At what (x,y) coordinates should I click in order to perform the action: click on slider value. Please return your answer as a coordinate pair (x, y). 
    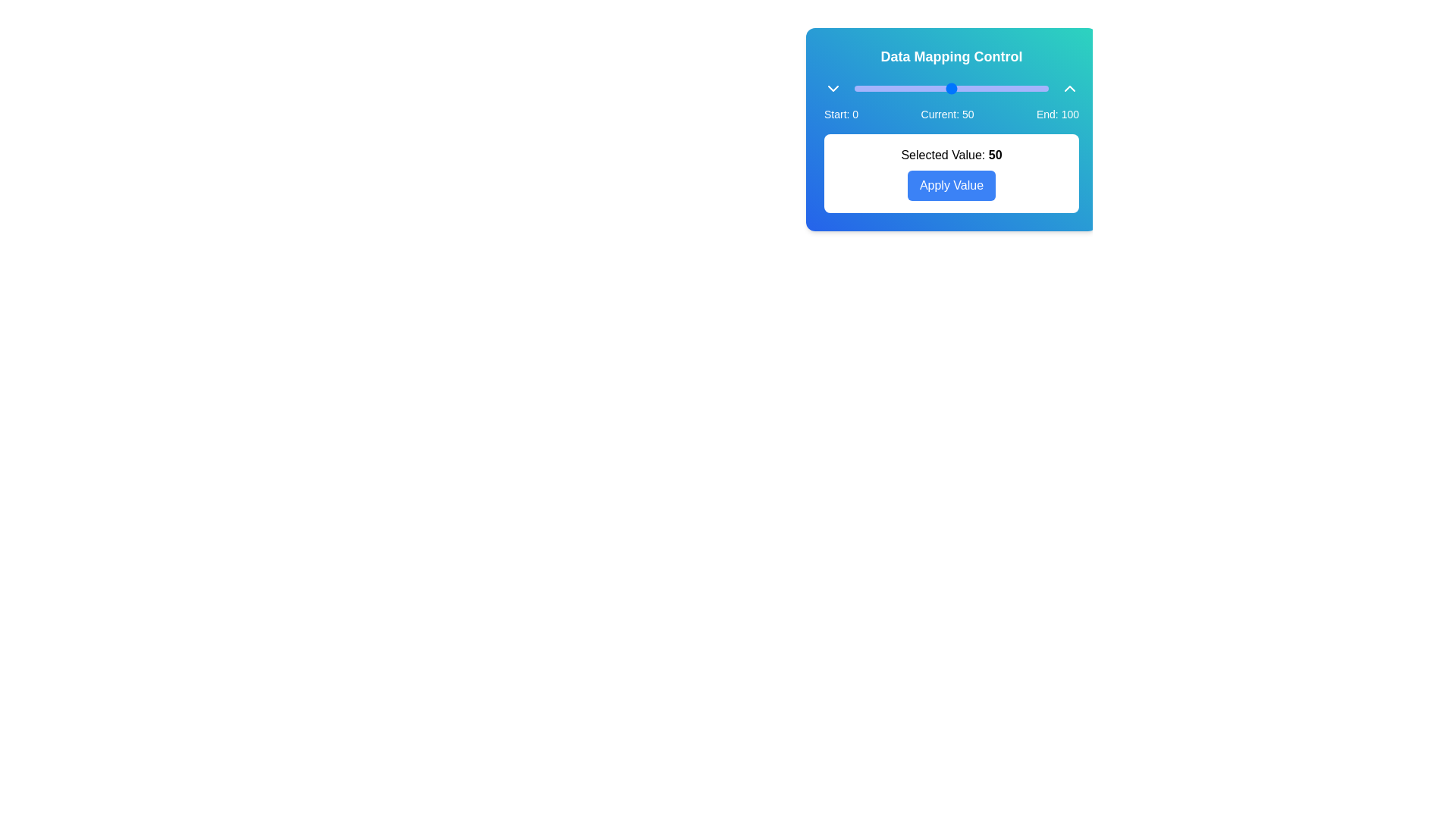
    Looking at the image, I should click on (1008, 85).